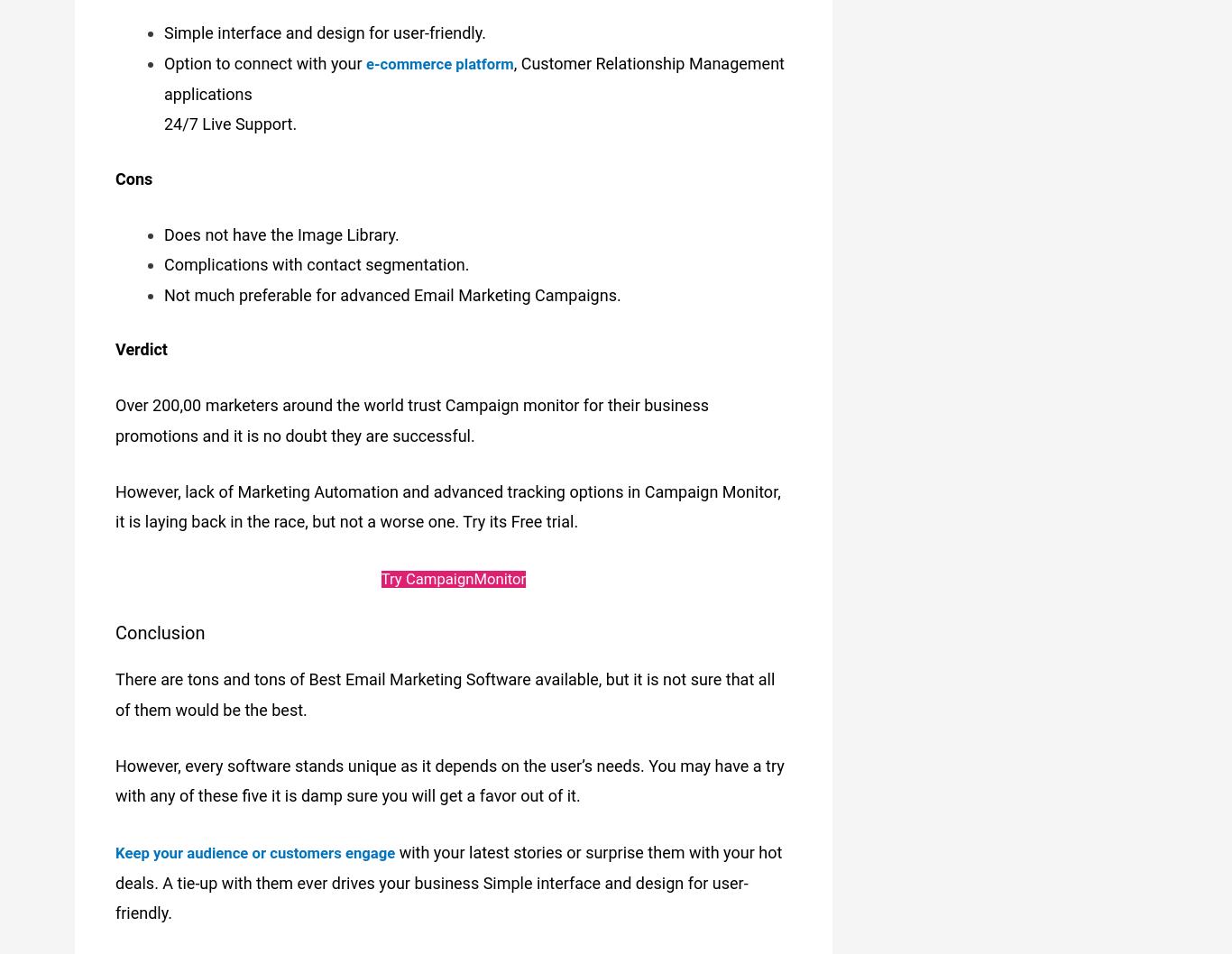 Image resolution: width=1232 pixels, height=954 pixels. I want to click on 'However, lack of Marketing Automation and advanced tracking options in Campaign Monitor, it is laying back in the race, but not a worse one. Try its Free trial.', so click(447, 495).